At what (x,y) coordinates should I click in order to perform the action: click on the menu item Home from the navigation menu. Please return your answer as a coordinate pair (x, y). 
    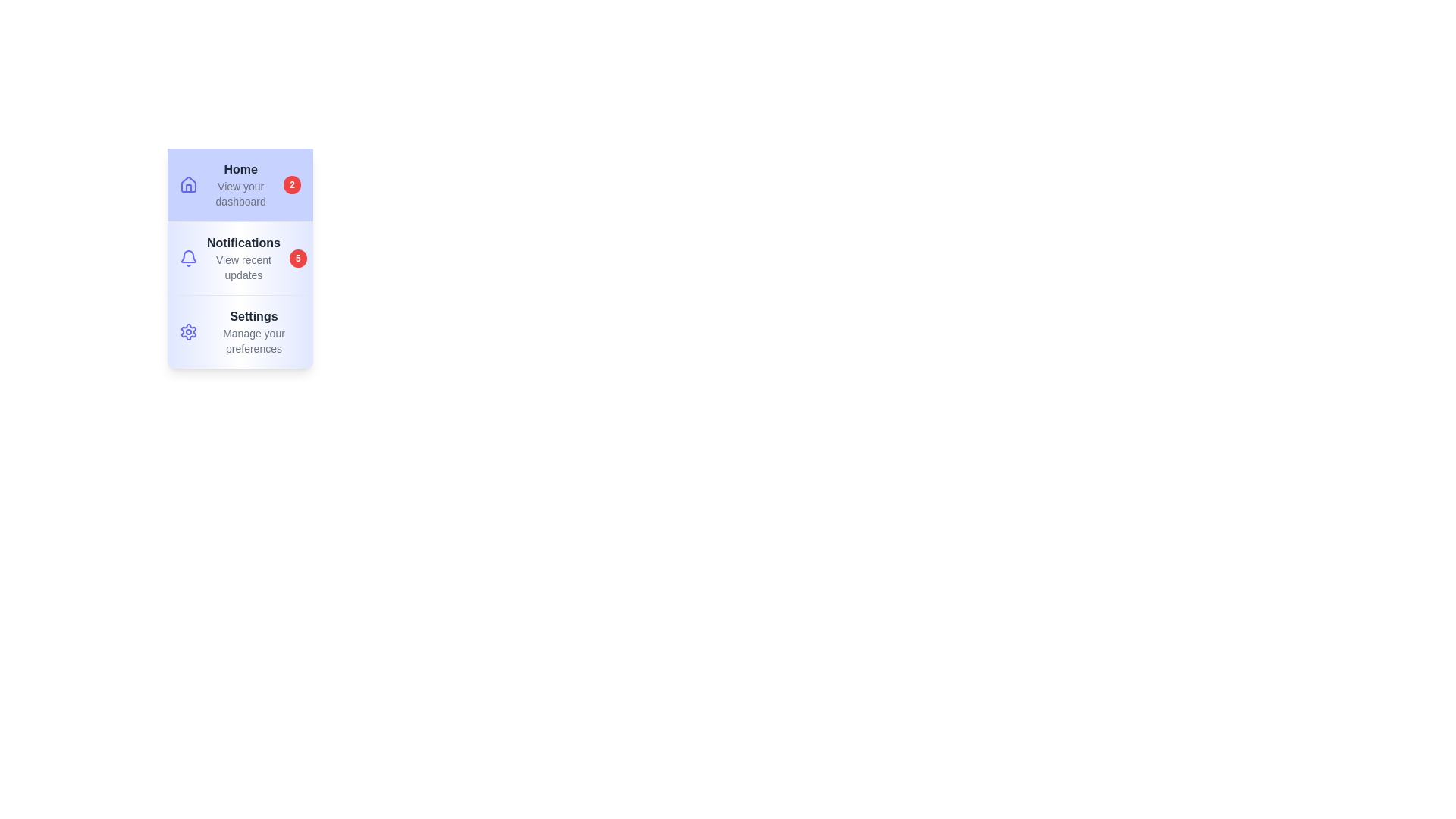
    Looking at the image, I should click on (239, 184).